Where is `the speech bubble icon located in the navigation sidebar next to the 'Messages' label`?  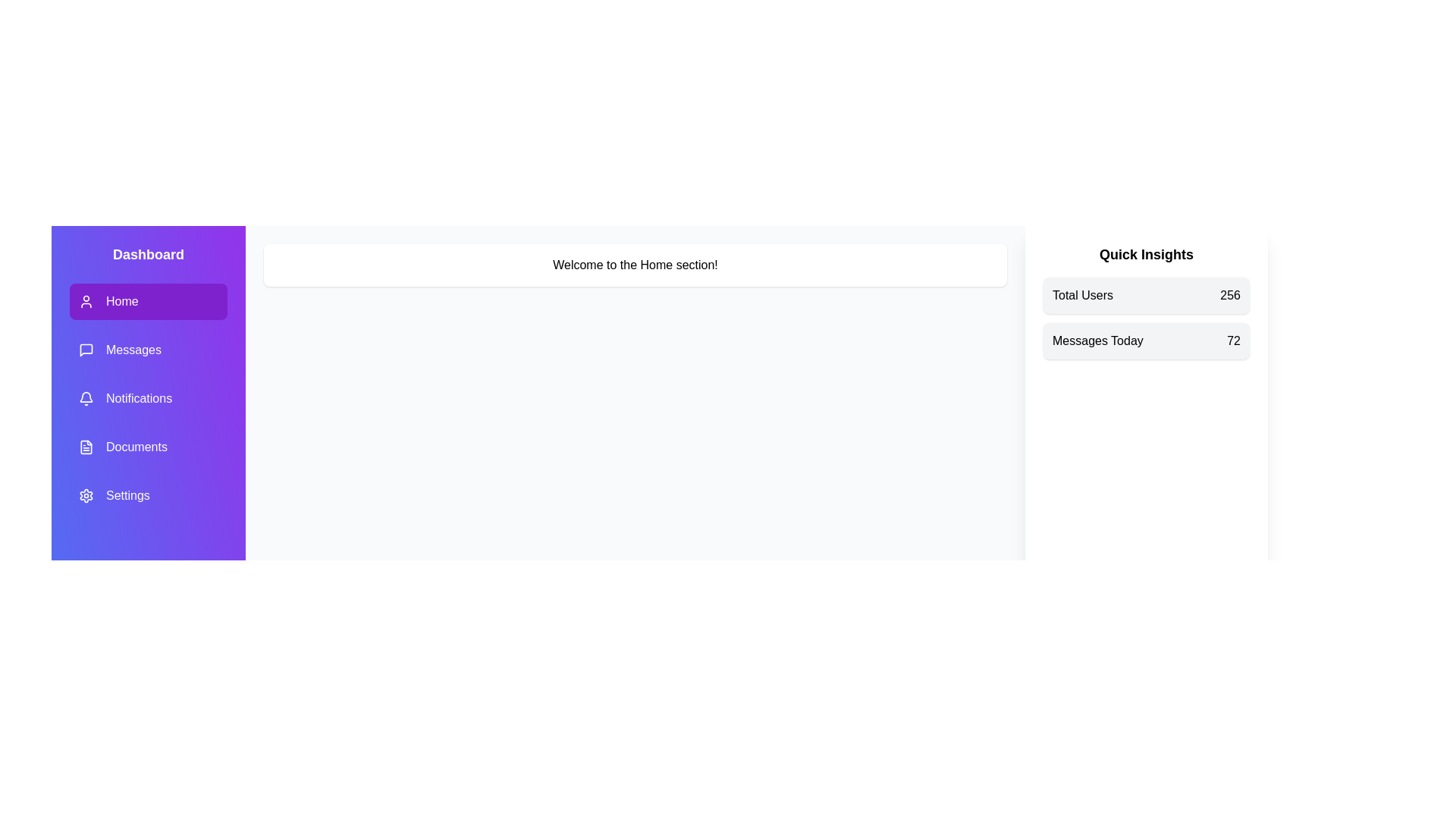
the speech bubble icon located in the navigation sidebar next to the 'Messages' label is located at coordinates (86, 350).